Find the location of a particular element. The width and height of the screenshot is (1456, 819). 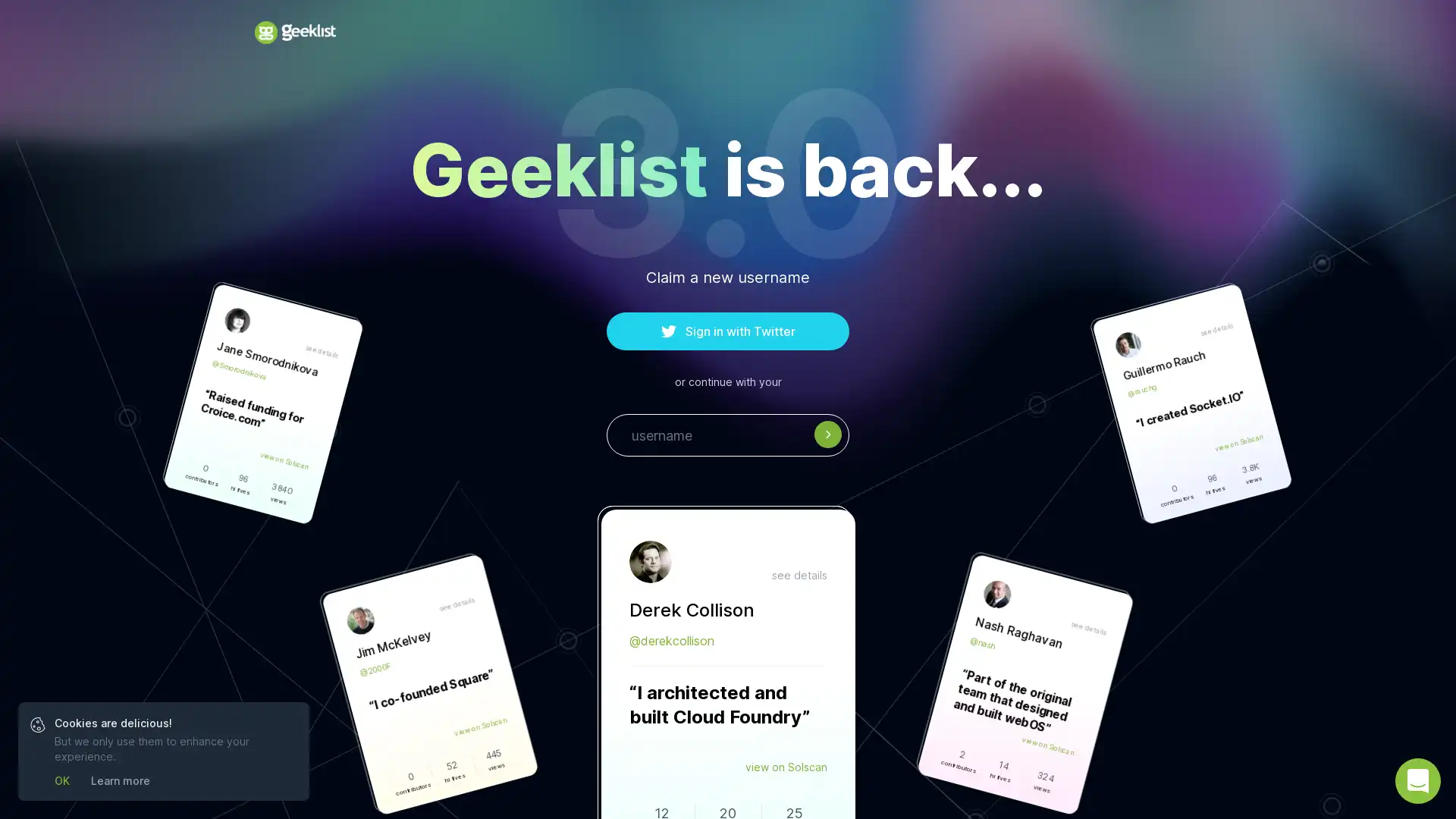

OK is located at coordinates (61, 780).